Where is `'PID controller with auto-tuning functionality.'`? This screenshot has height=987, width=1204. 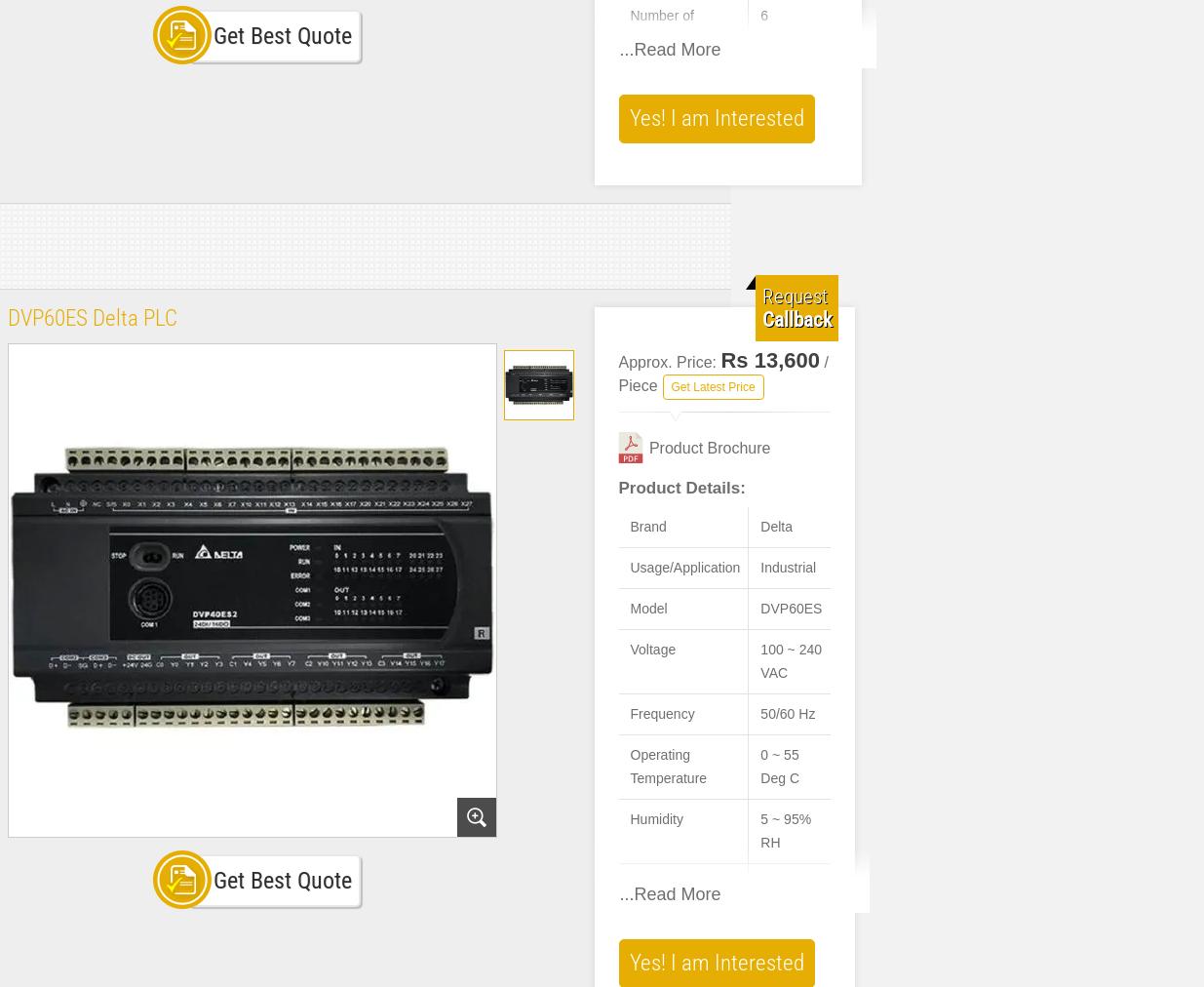 'PID controller with auto-tuning functionality.' is located at coordinates (644, 302).